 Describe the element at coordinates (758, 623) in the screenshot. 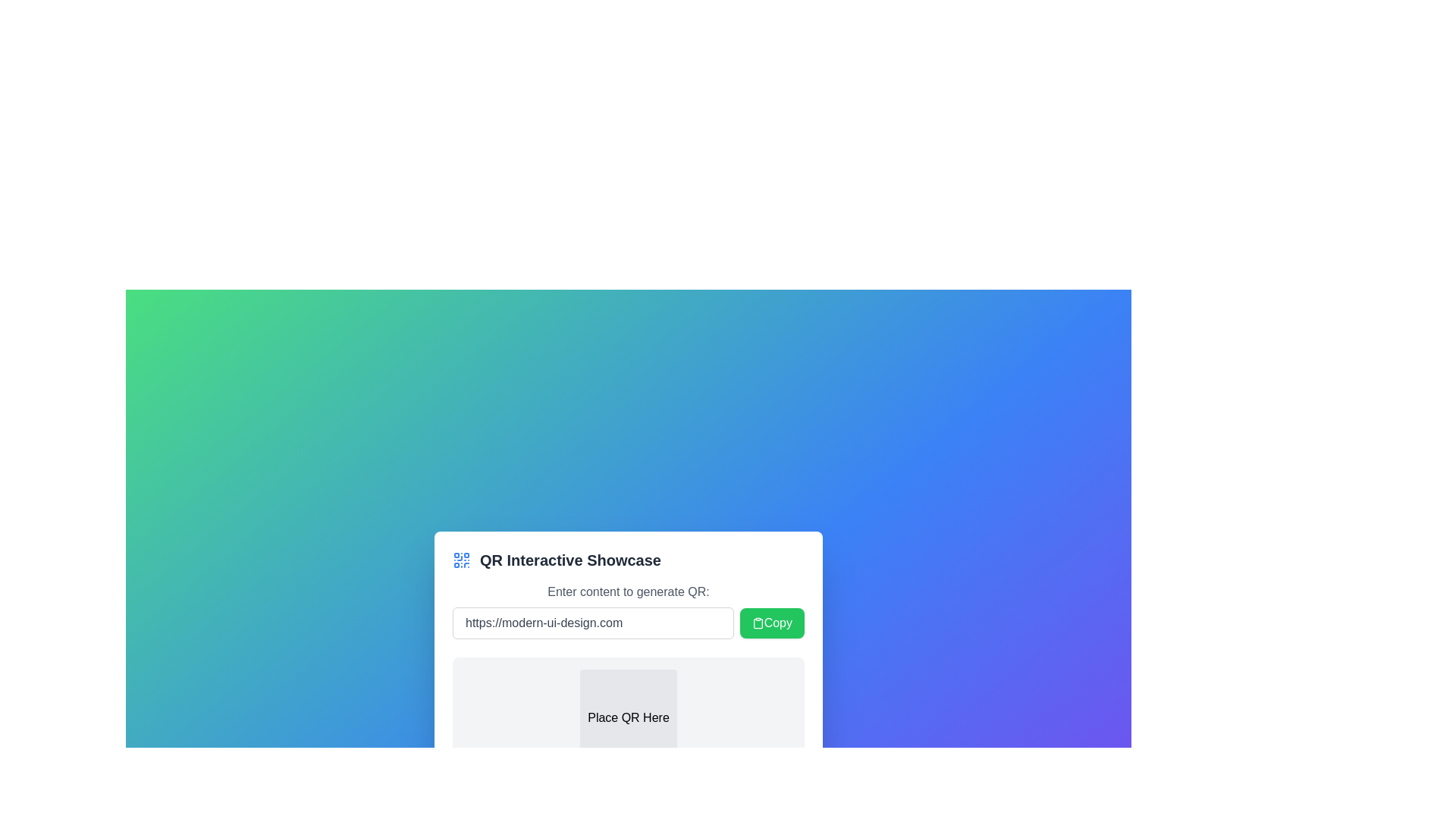

I see `the larger part of the clipboard icon, which is the rectangular clipboard body in the SVG-based clipboard illustration` at that location.